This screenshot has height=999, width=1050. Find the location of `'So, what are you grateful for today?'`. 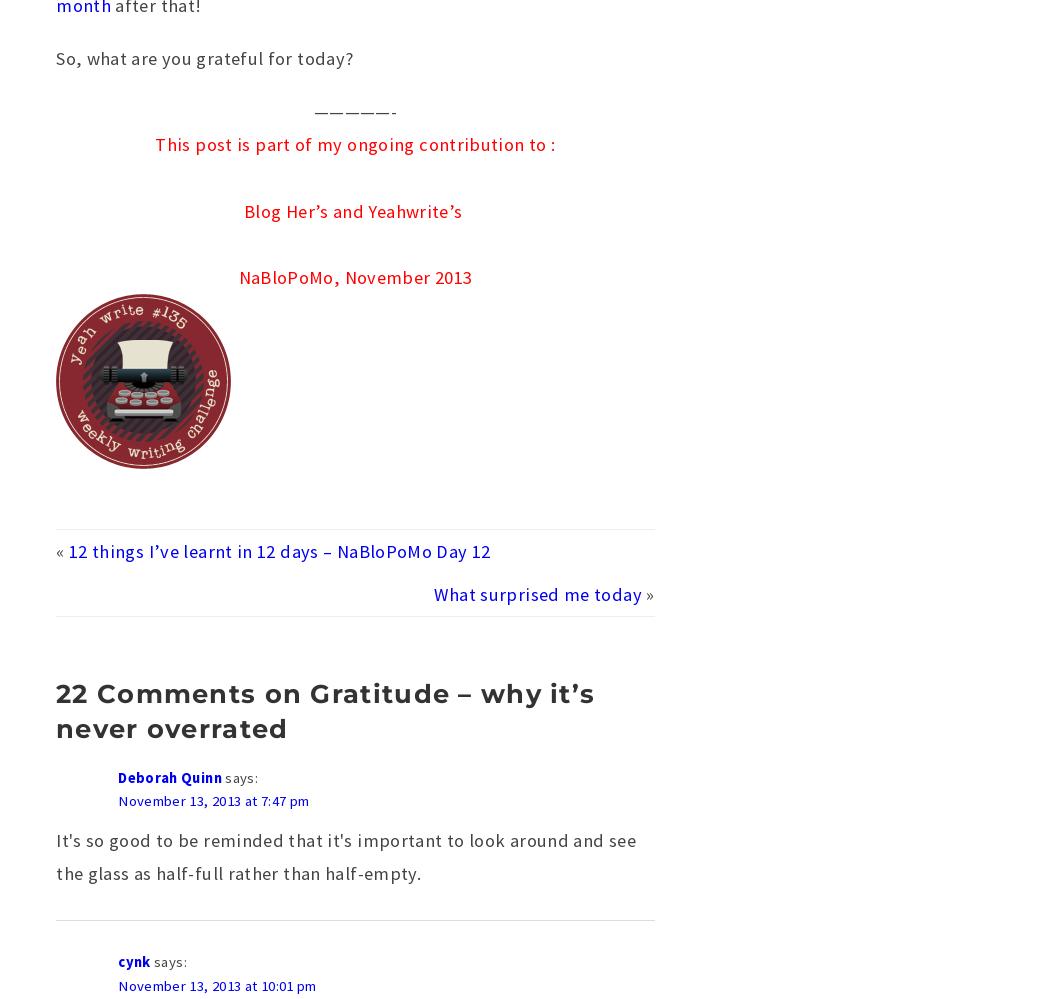

'So, what are you grateful for today?' is located at coordinates (54, 57).